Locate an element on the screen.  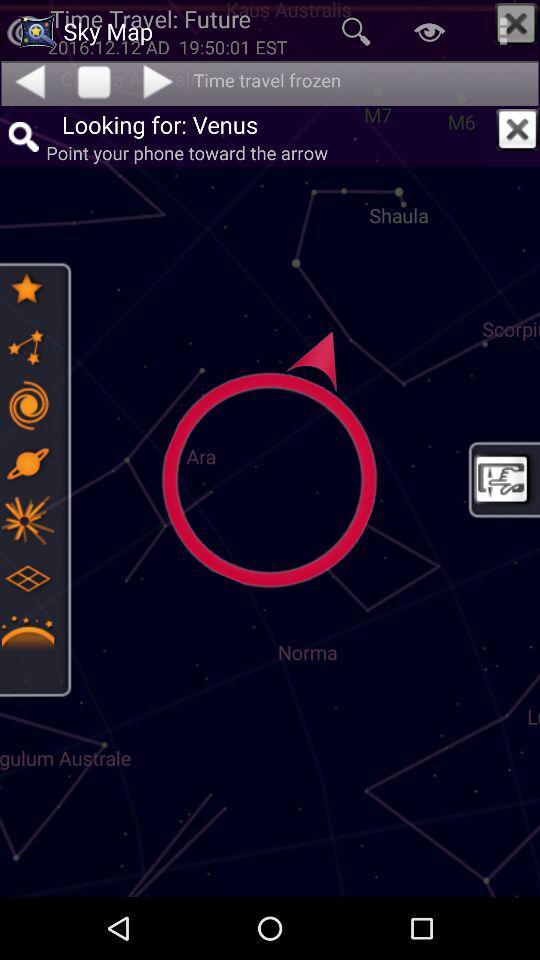
the national_flag icon is located at coordinates (26, 519).